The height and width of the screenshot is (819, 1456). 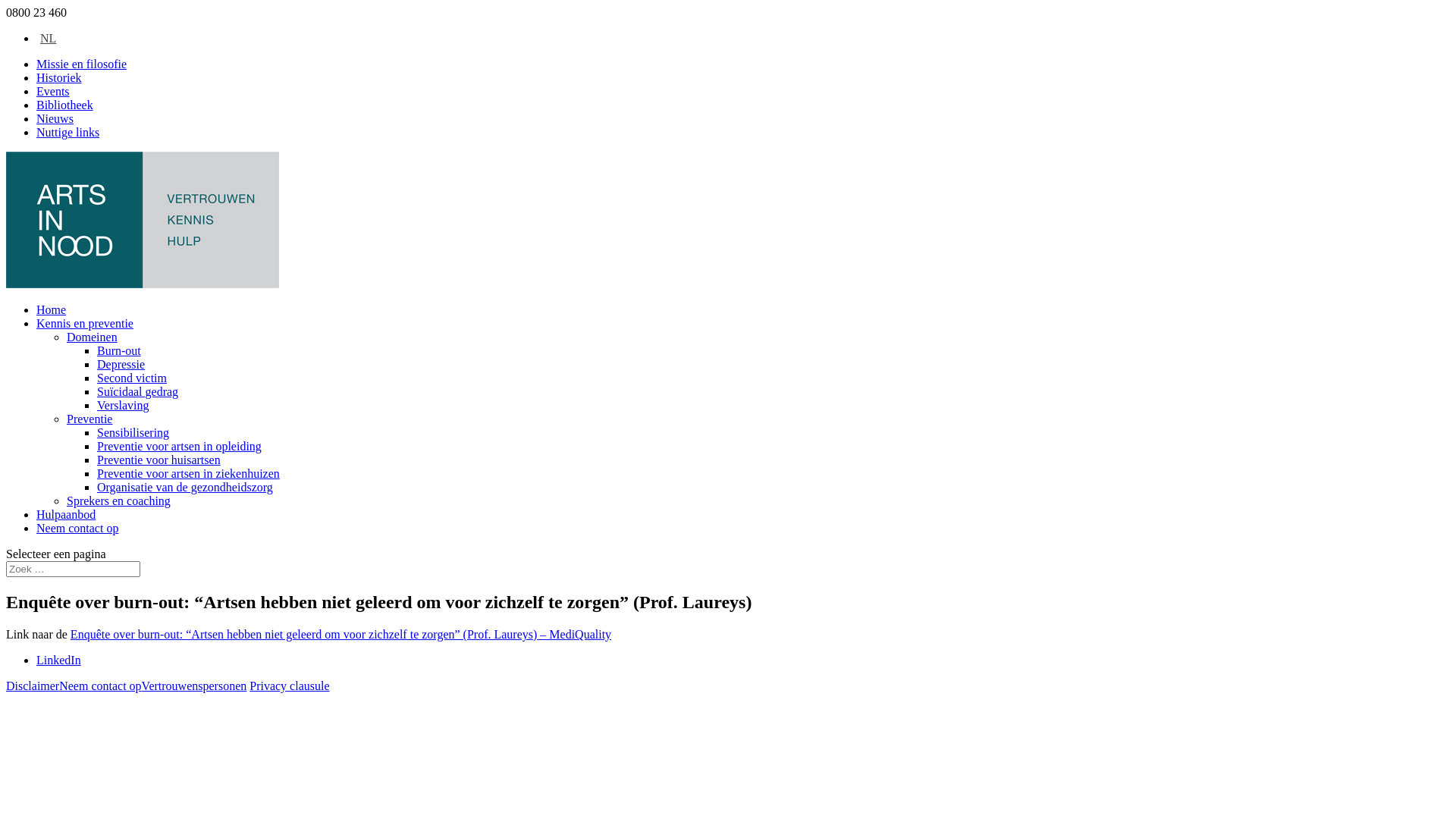 I want to click on 'Hulpaanbod', so click(x=64, y=513).